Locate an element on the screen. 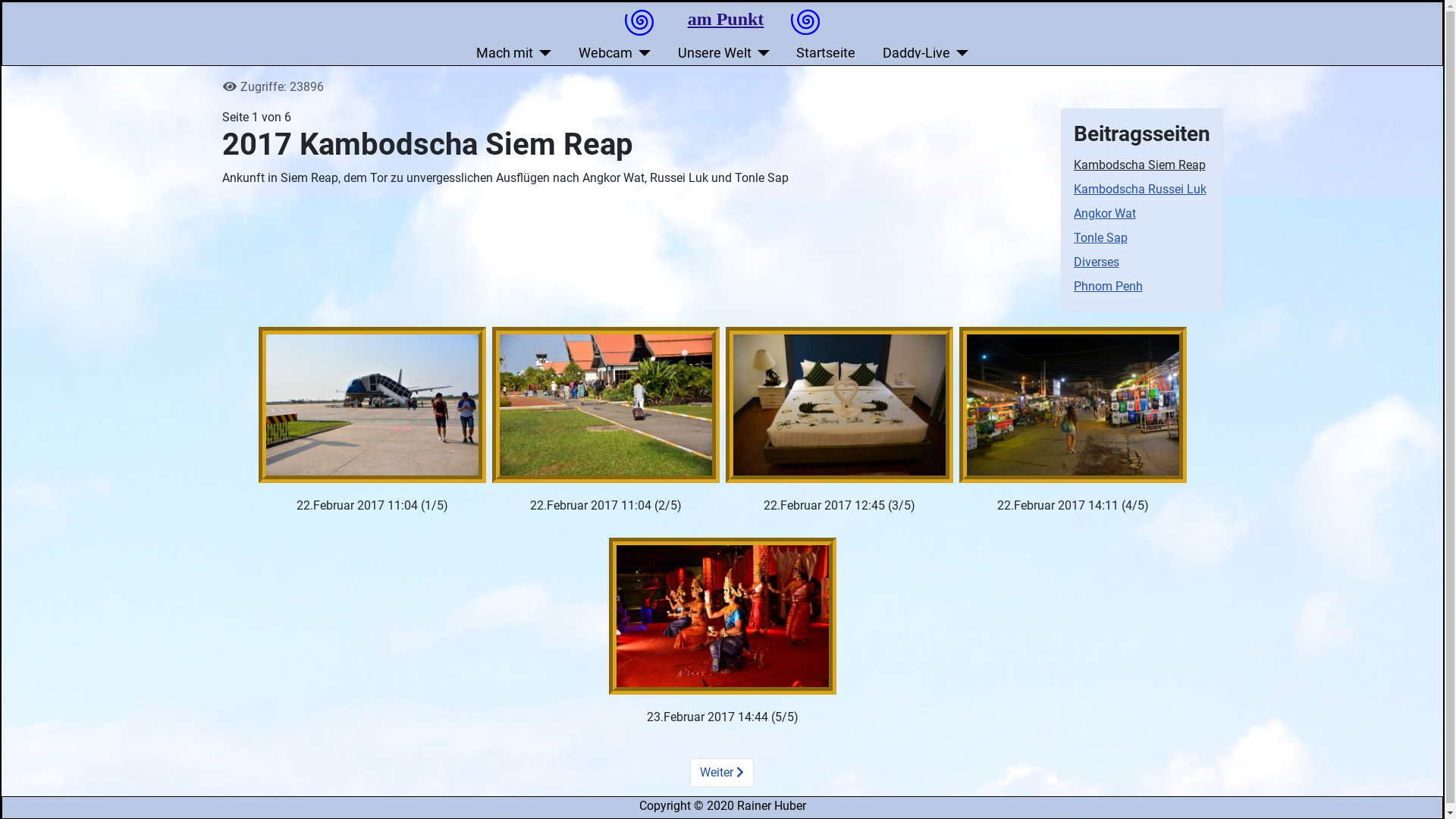 The height and width of the screenshot is (819, 1456). 'Daddy-Live' is located at coordinates (924, 52).